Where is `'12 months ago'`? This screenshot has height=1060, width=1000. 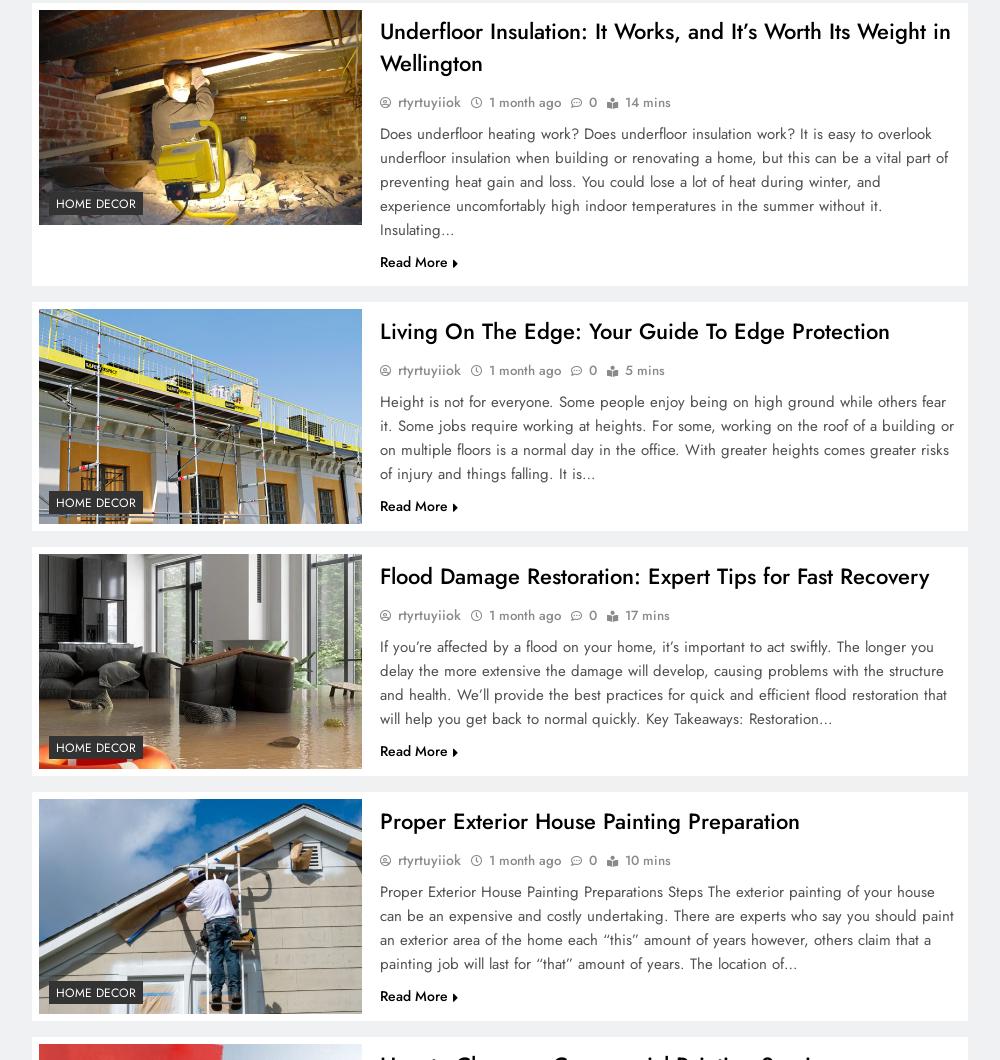
'12 months ago' is located at coordinates (239, 231).